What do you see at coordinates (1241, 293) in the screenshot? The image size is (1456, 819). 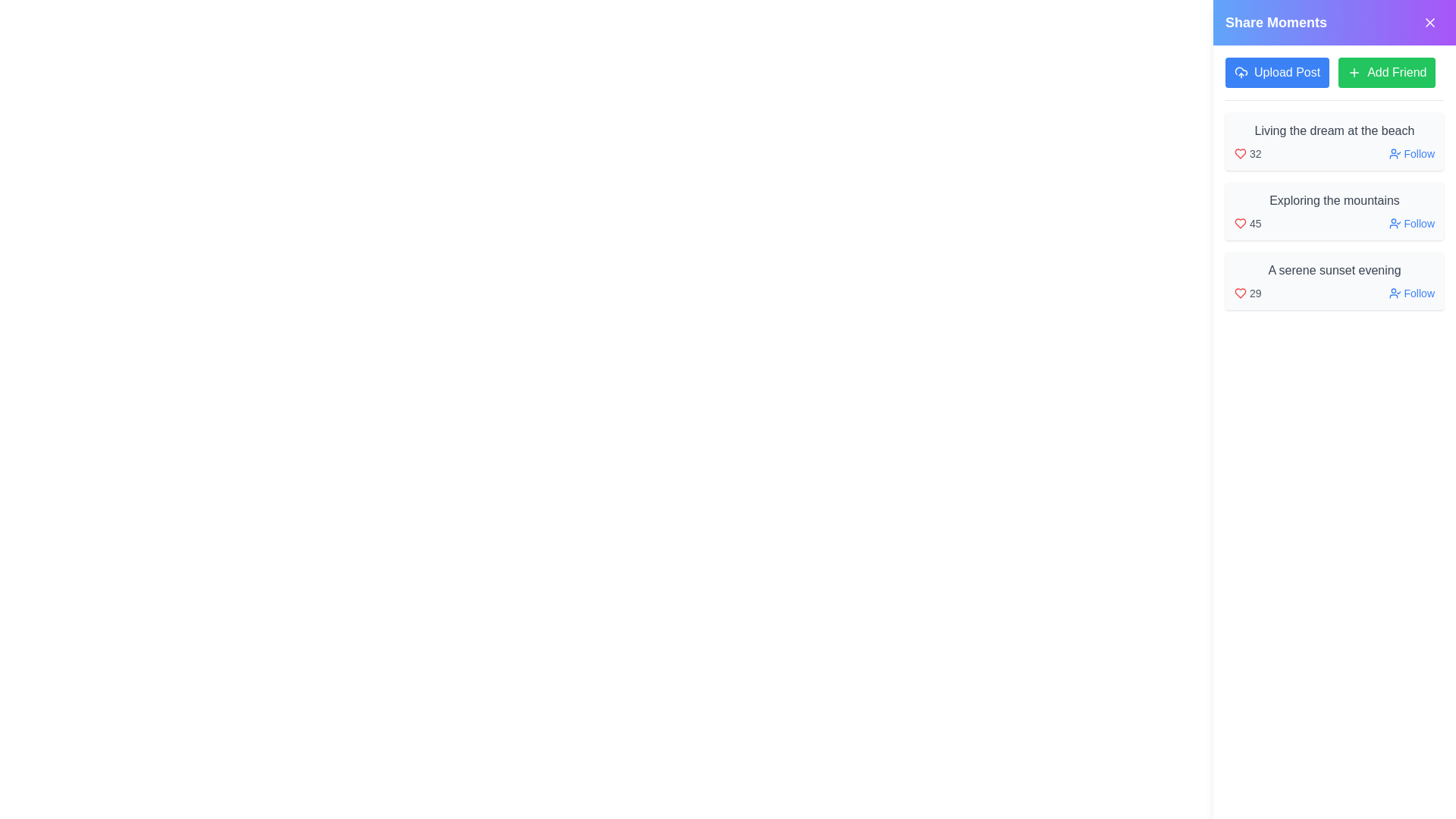 I see `the 'like' or 'favorite' icon located in the third listing under the 'Share Moments' section, which is visually represented by a heart icon` at bounding box center [1241, 293].